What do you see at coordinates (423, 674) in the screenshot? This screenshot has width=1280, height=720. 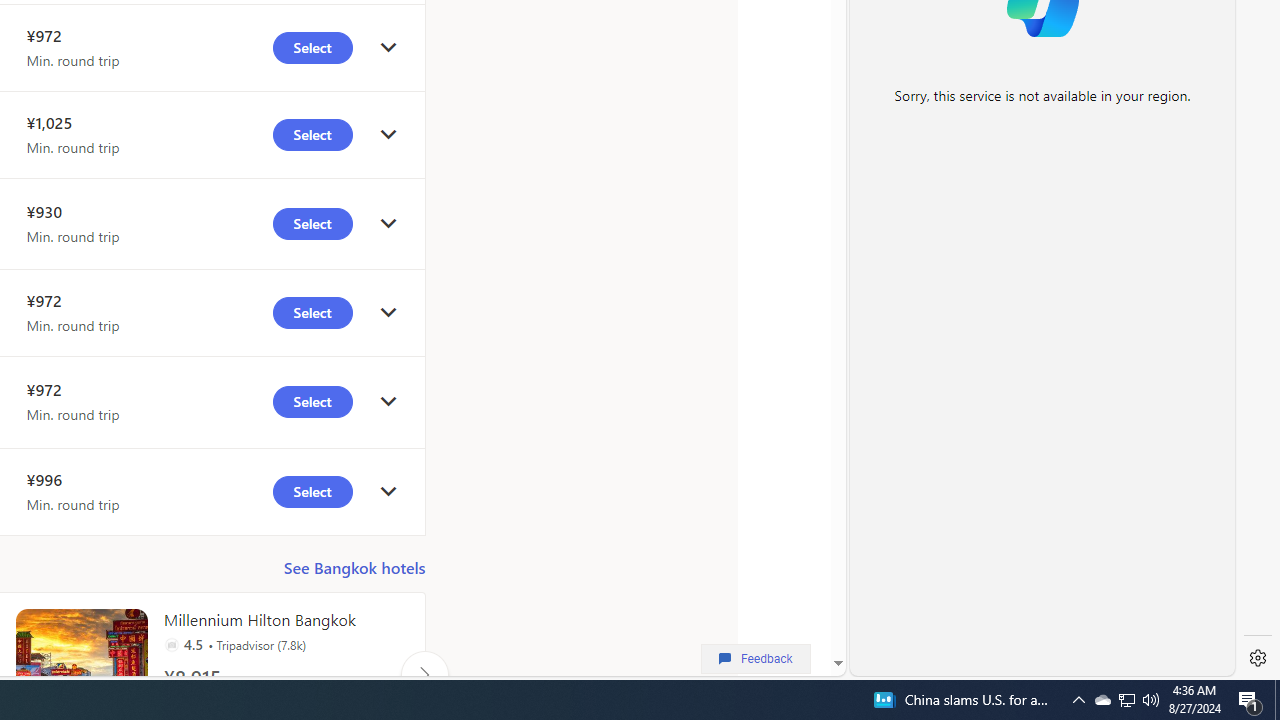 I see `'Click to scroll right'` at bounding box center [423, 674].